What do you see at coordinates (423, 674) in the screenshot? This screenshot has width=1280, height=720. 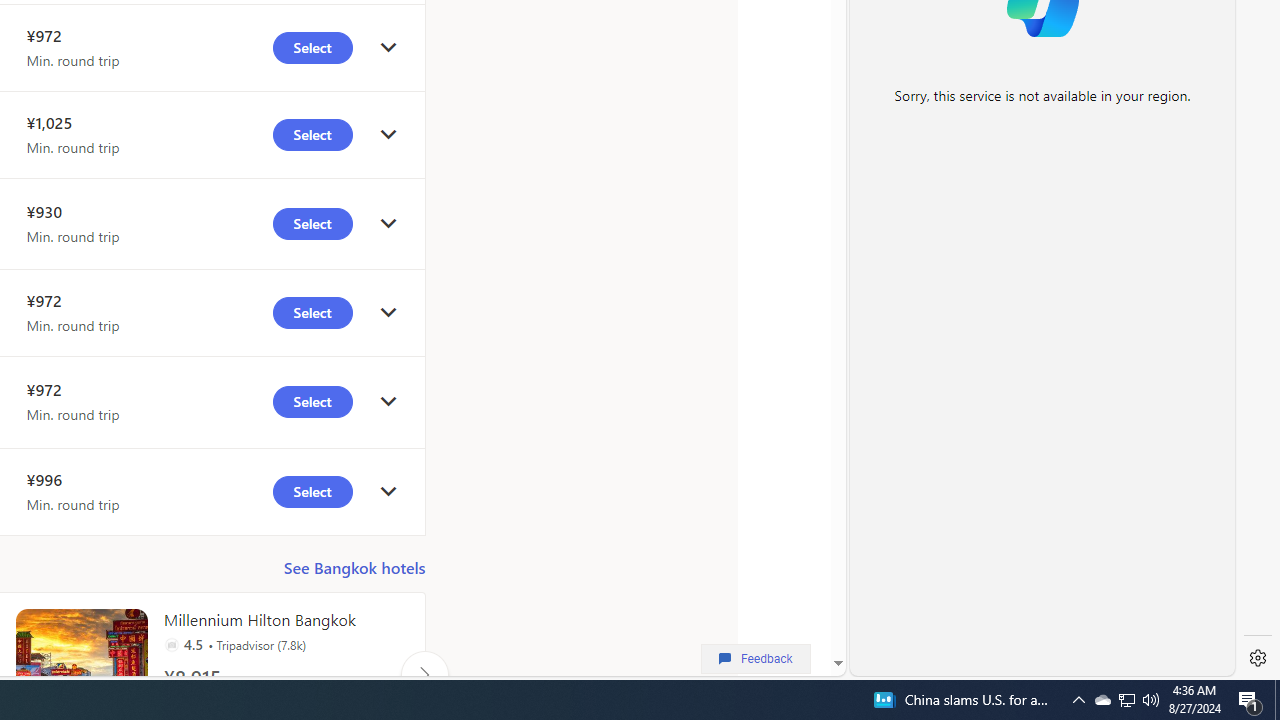 I see `'Click to scroll right'` at bounding box center [423, 674].